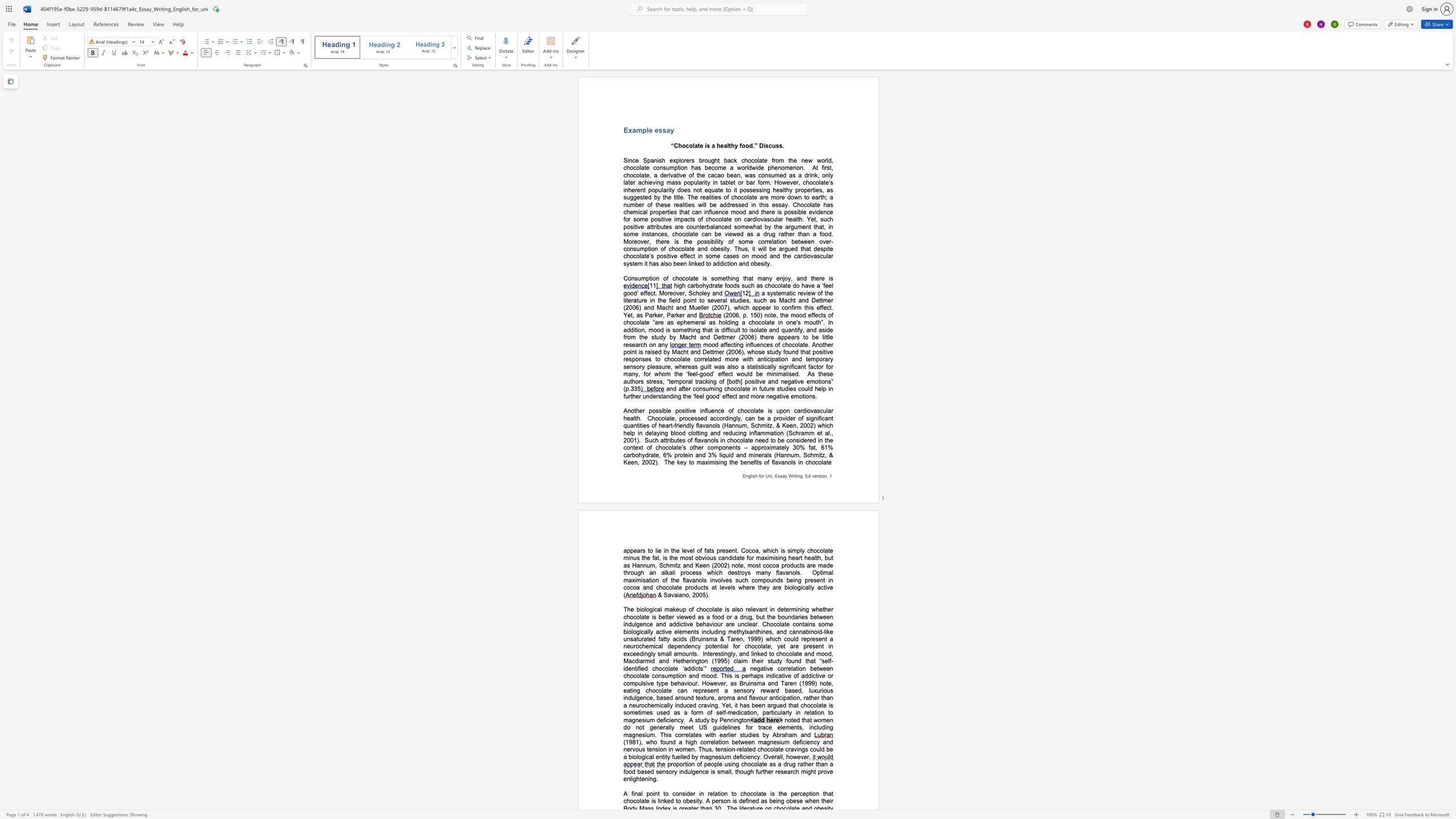 This screenshot has width=1456, height=819. Describe the element at coordinates (748, 381) in the screenshot. I see `the subset text "ositive and negative emotions" within the text "As these authors stress, “temporal tracking of [both] positive and negative emotions” (p.335"` at that location.